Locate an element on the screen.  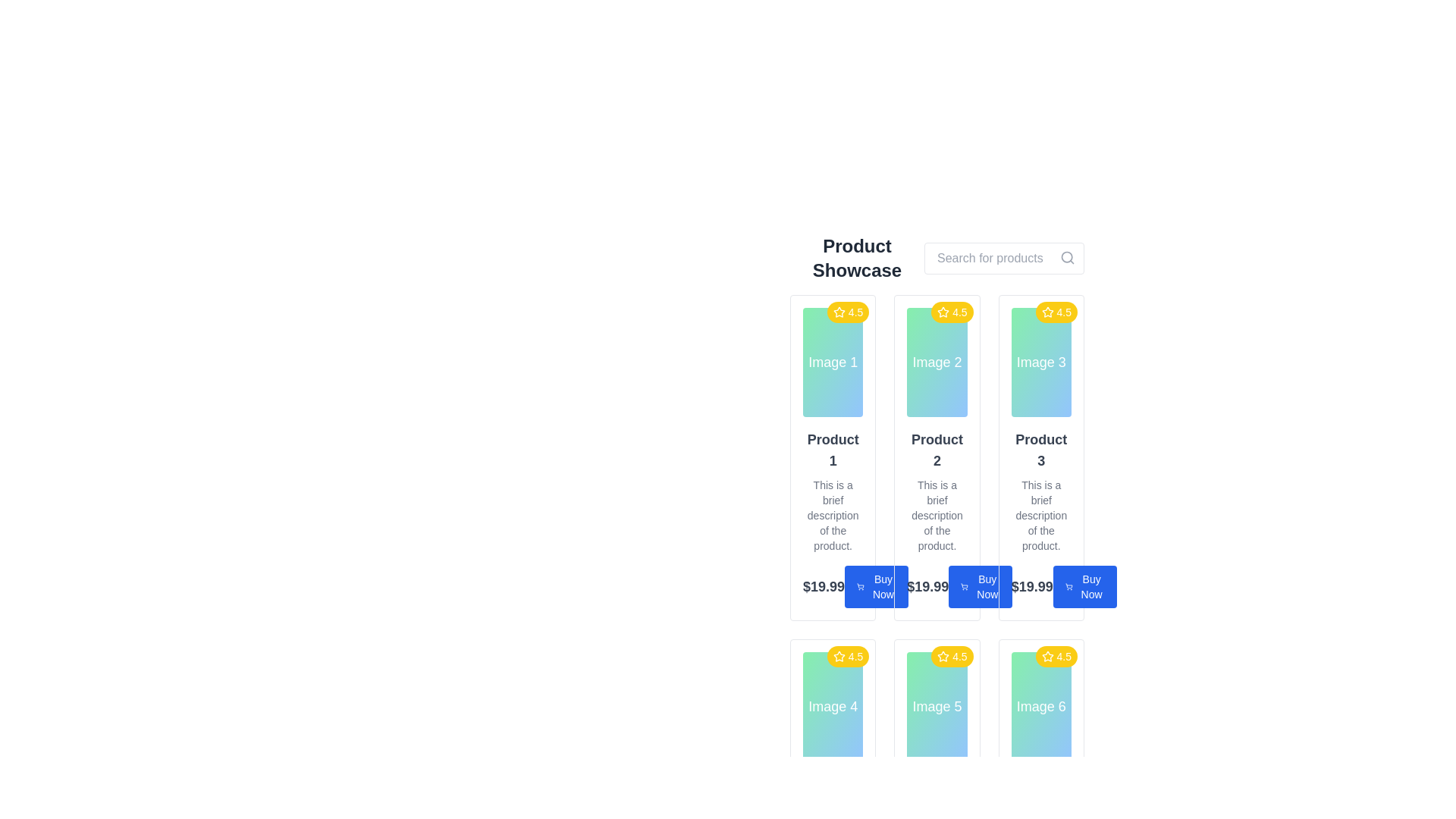
the small circular shape representing the lens of the magnifying glass icon located in the top-right corner of the interface, which is part of the search functionality is located at coordinates (1066, 256).